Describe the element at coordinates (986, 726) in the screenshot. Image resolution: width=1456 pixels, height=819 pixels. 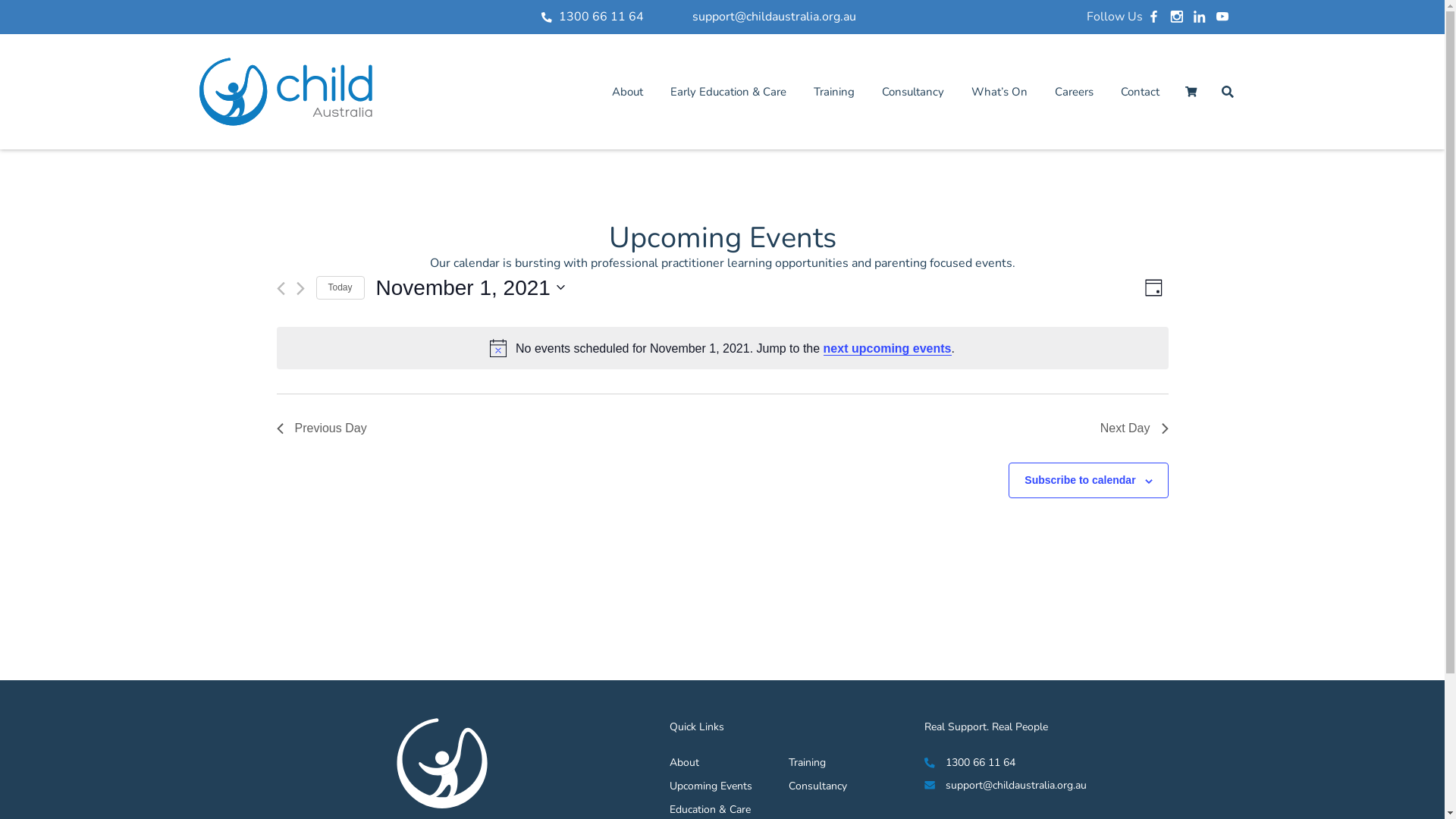
I see `'Real Support. Real People'` at that location.